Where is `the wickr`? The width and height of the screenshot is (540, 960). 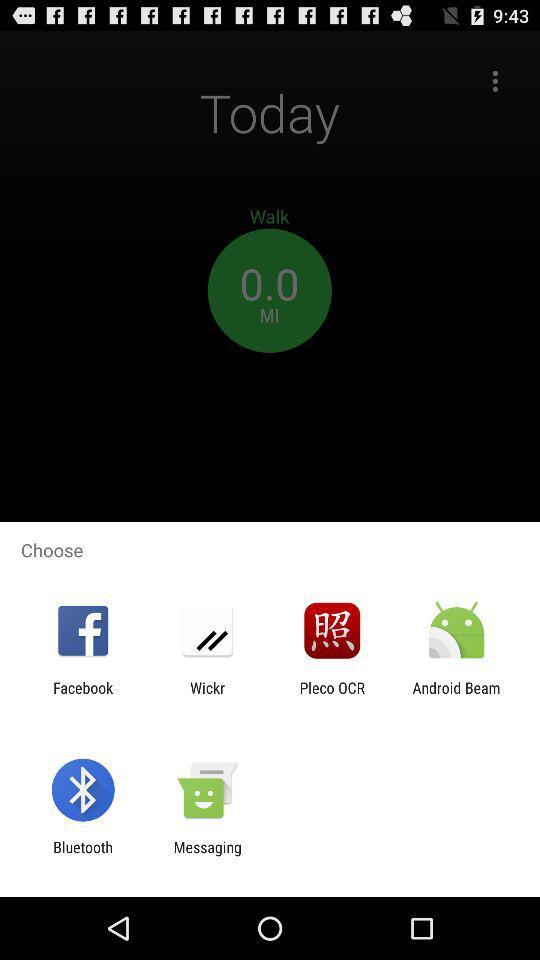 the wickr is located at coordinates (206, 696).